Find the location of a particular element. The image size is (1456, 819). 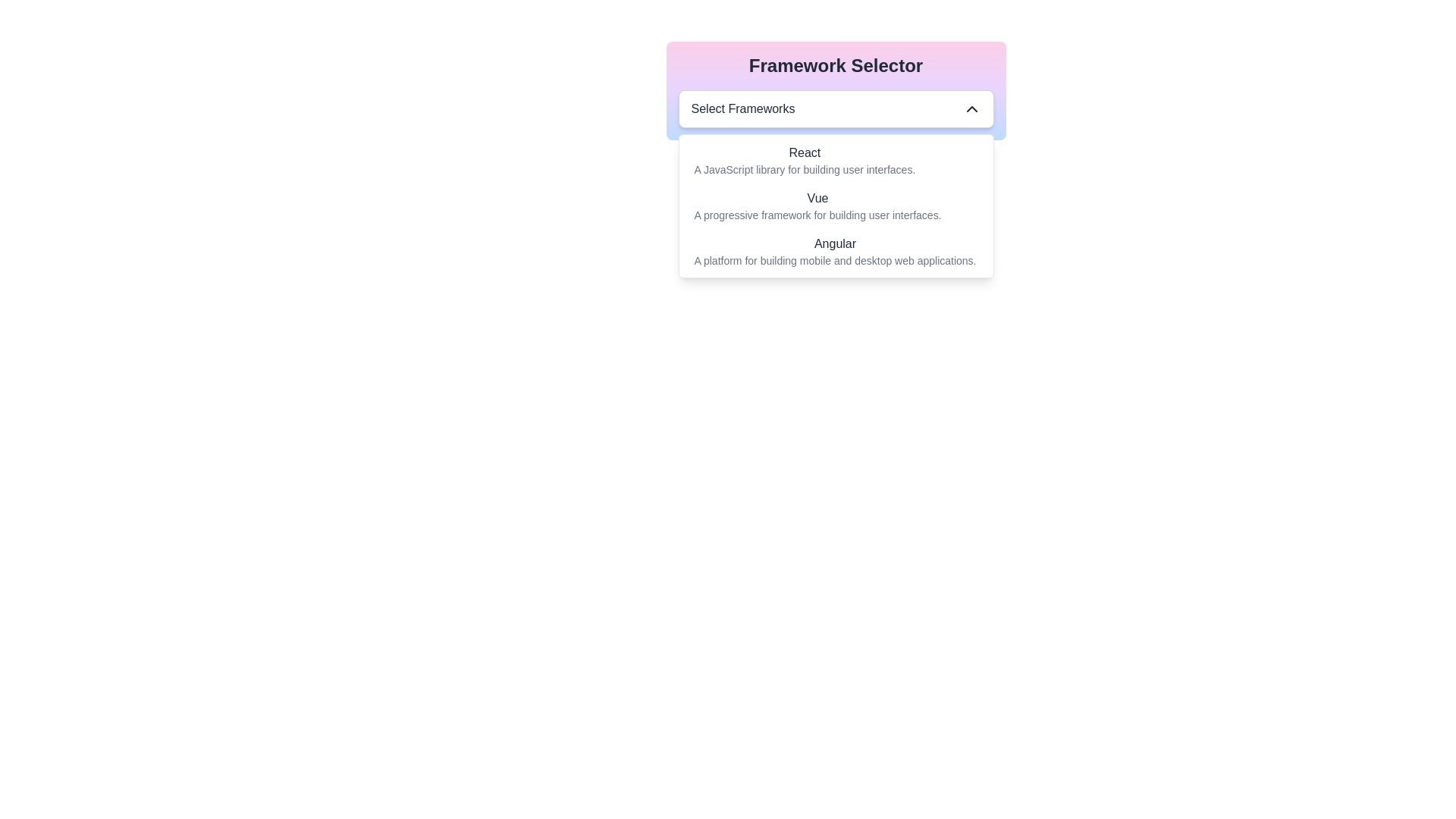

the Text block representing the React framework in the dropdown menu, which is the topmost item following the 'Framework Selector' header is located at coordinates (804, 161).